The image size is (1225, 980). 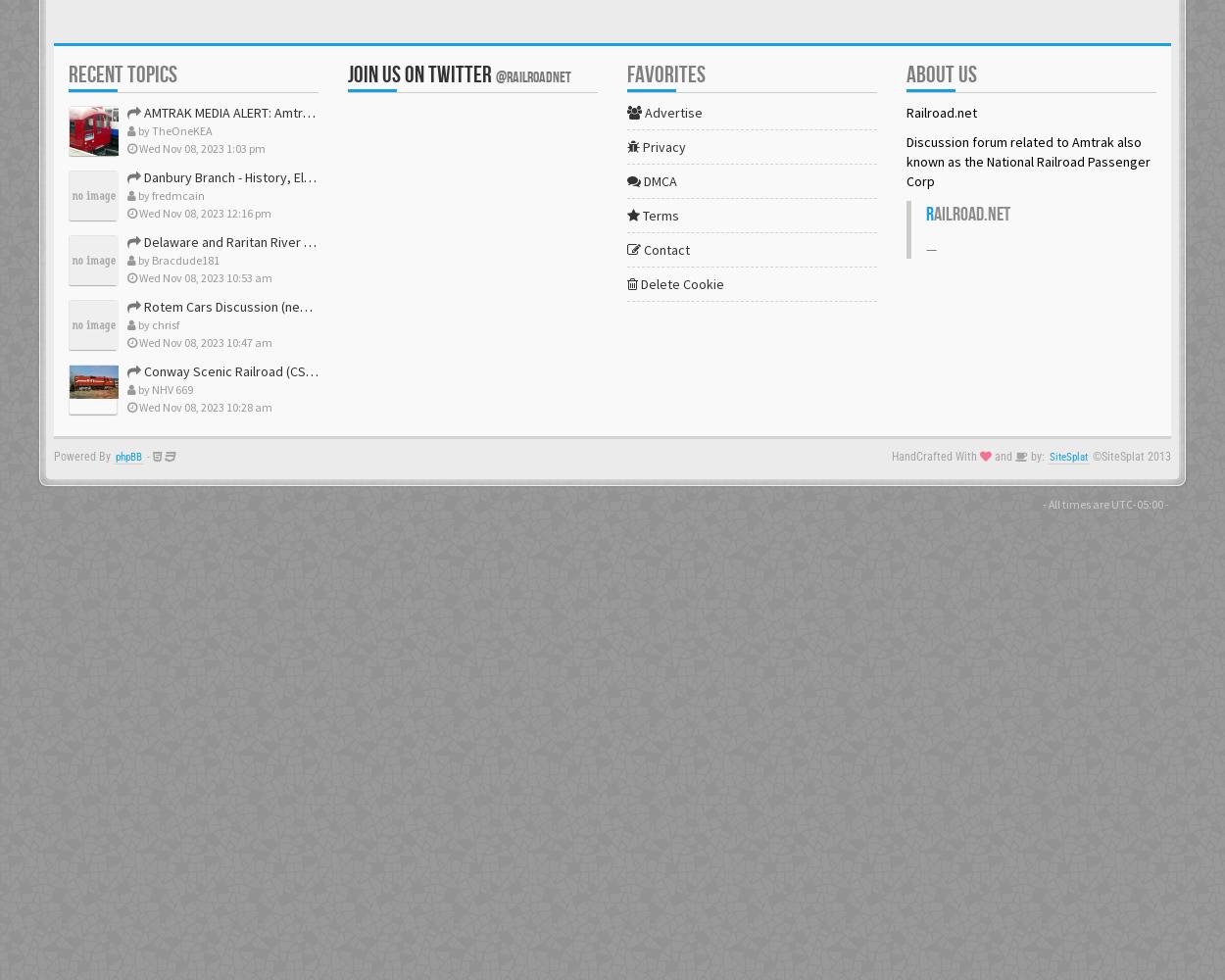 What do you see at coordinates (660, 215) in the screenshot?
I see `'Terms'` at bounding box center [660, 215].